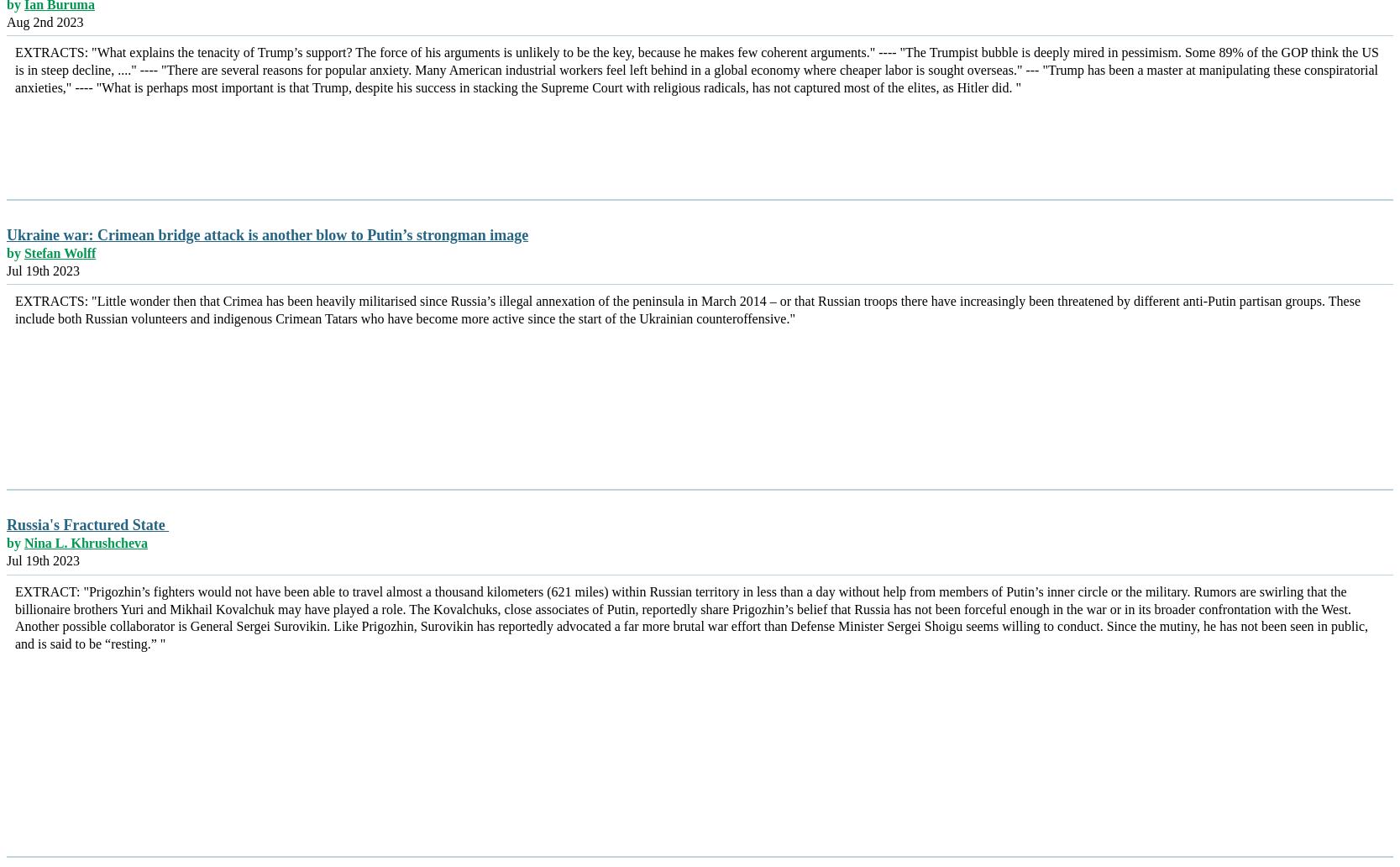  What do you see at coordinates (87, 524) in the screenshot?
I see `'Russia's Fractured State'` at bounding box center [87, 524].